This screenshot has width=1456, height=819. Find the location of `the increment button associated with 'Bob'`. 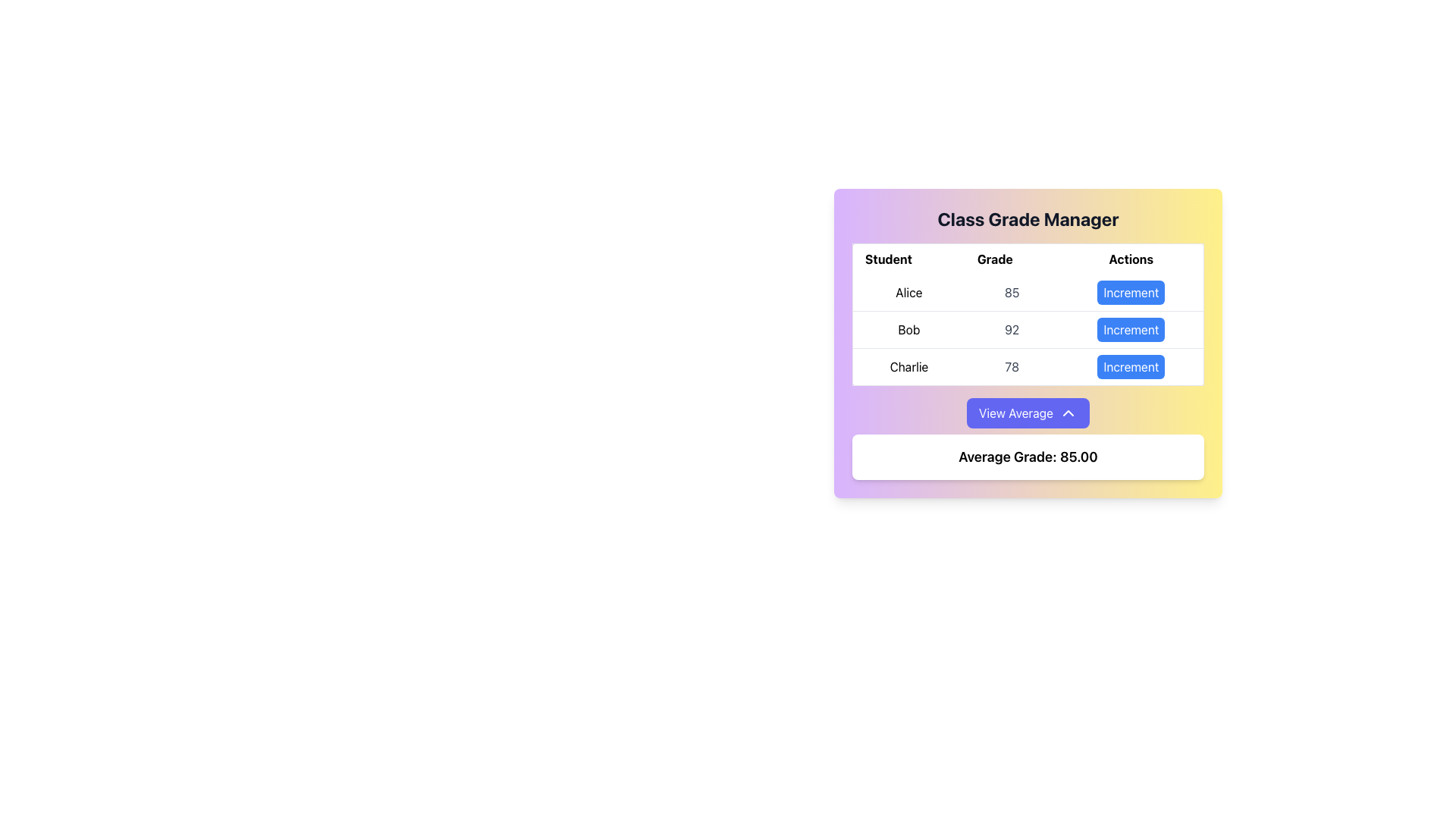

the increment button associated with 'Bob' is located at coordinates (1131, 329).